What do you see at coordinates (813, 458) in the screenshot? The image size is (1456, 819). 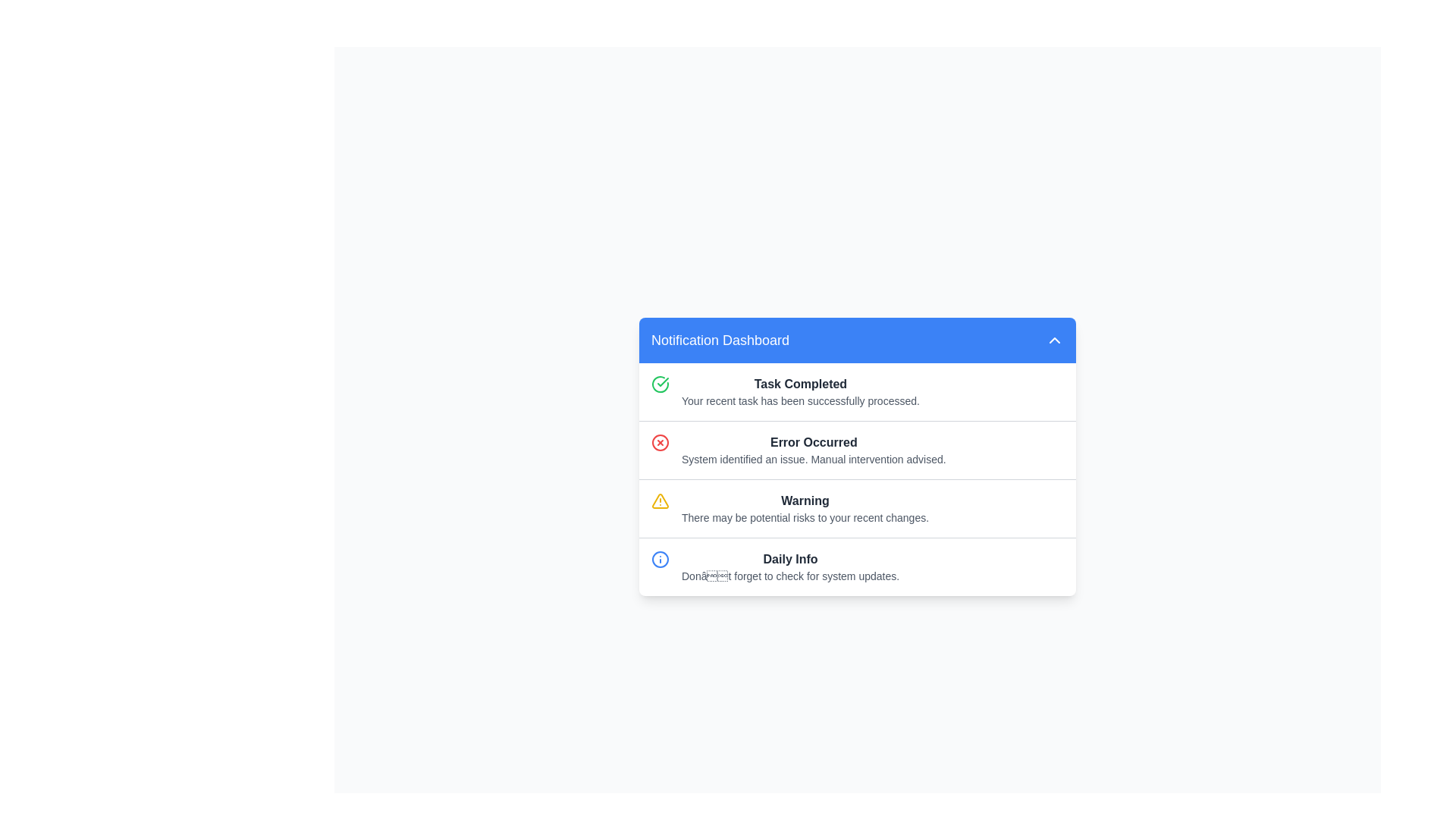 I see `the text component displaying the message 'System identified an issue. Manual intervention advised.' which is located below the 'Error Occurred' heading in the 'Notification Dashboard' section` at bounding box center [813, 458].